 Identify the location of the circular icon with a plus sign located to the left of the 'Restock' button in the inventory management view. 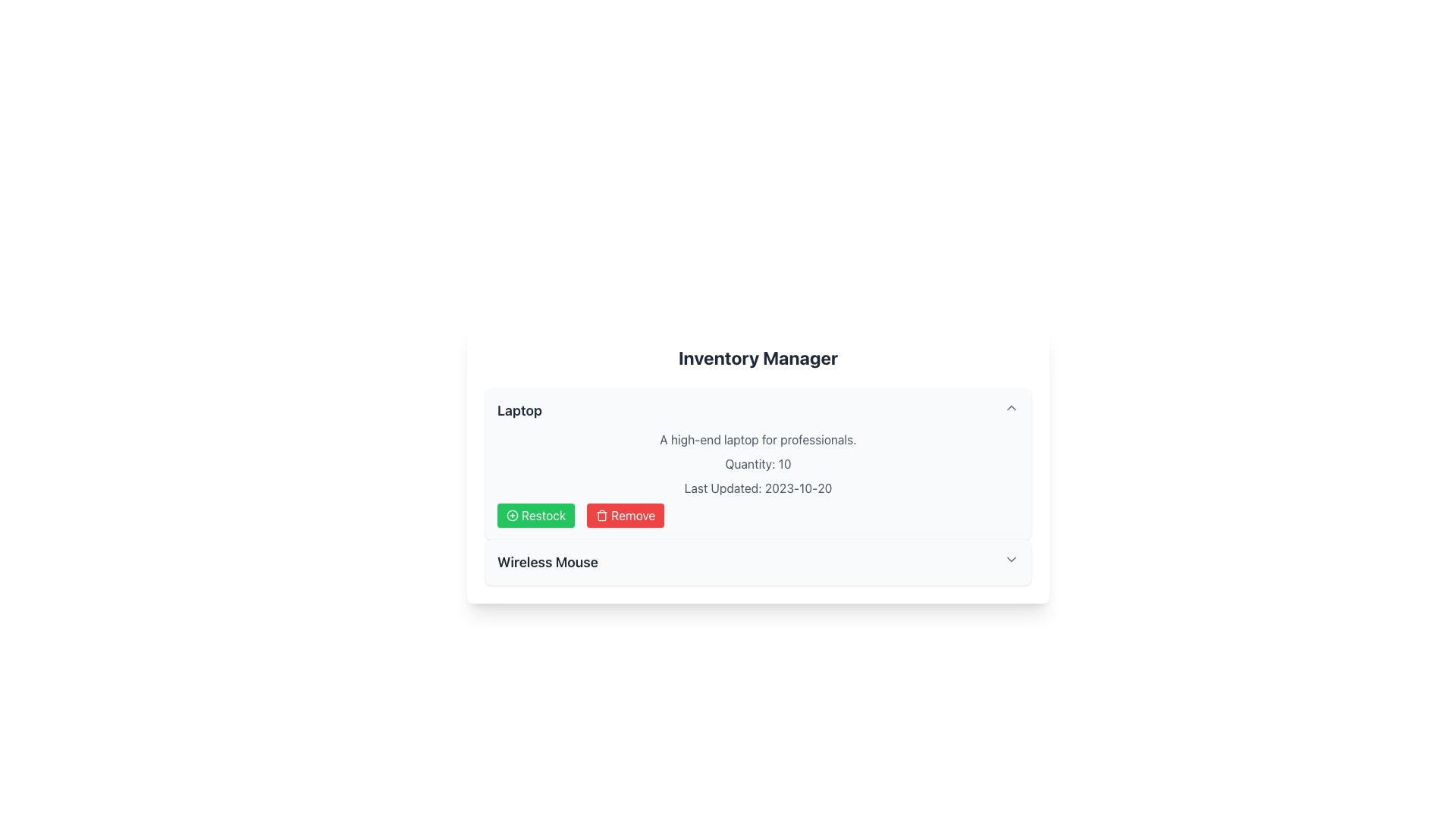
(513, 514).